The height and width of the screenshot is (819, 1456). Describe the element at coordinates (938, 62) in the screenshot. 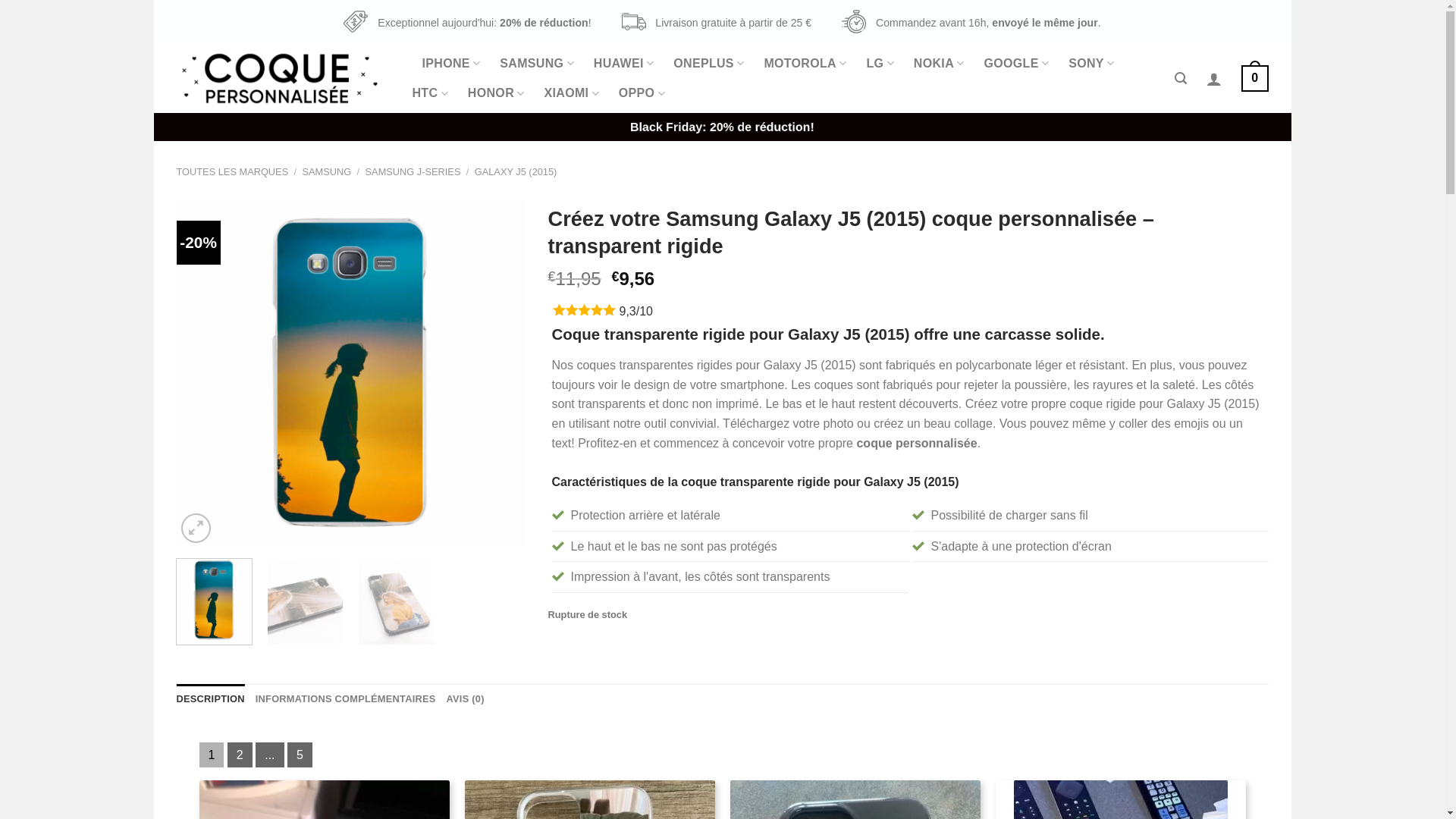

I see `'NOKIA'` at that location.